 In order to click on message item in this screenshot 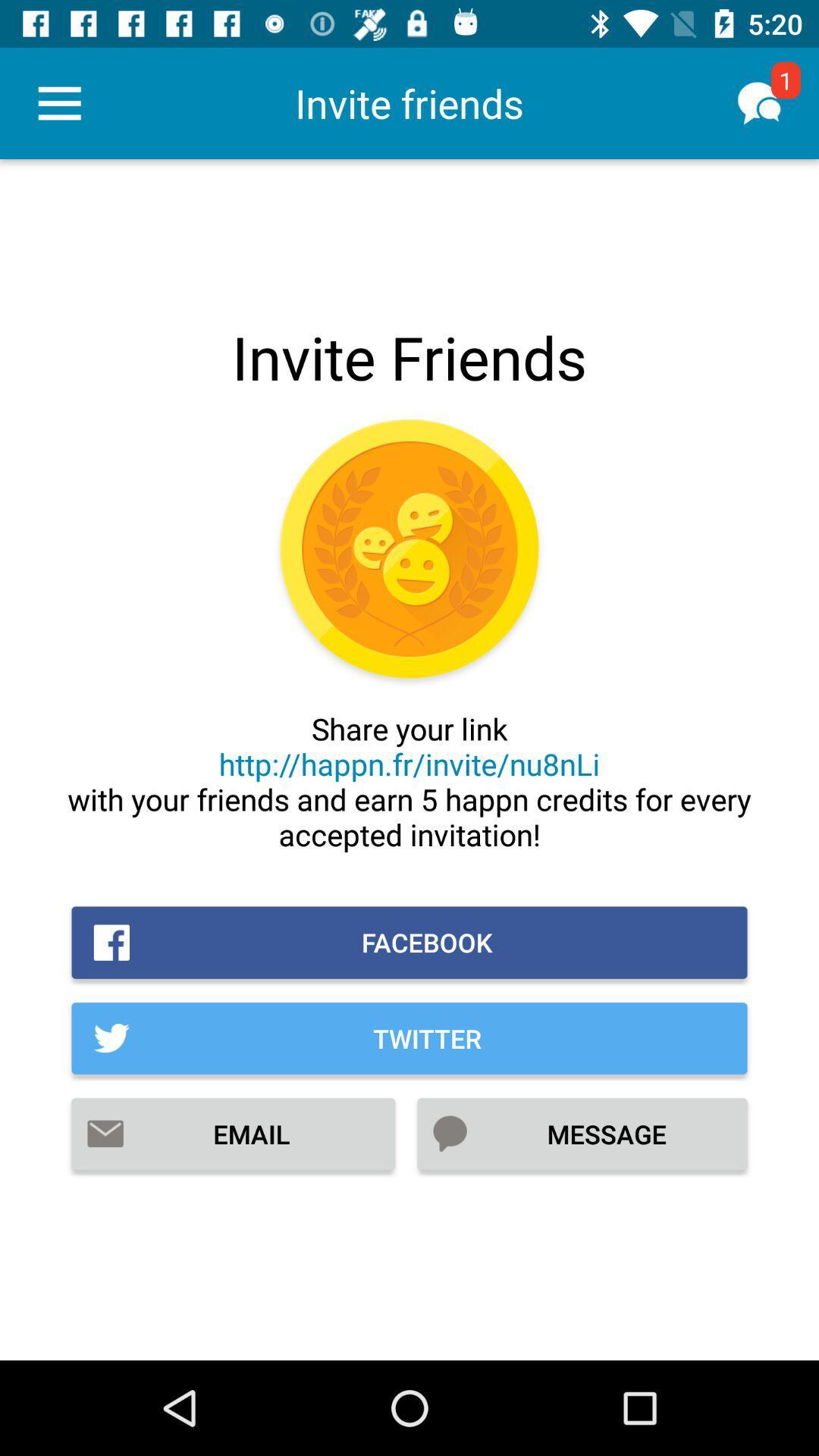, I will do `click(581, 1134)`.